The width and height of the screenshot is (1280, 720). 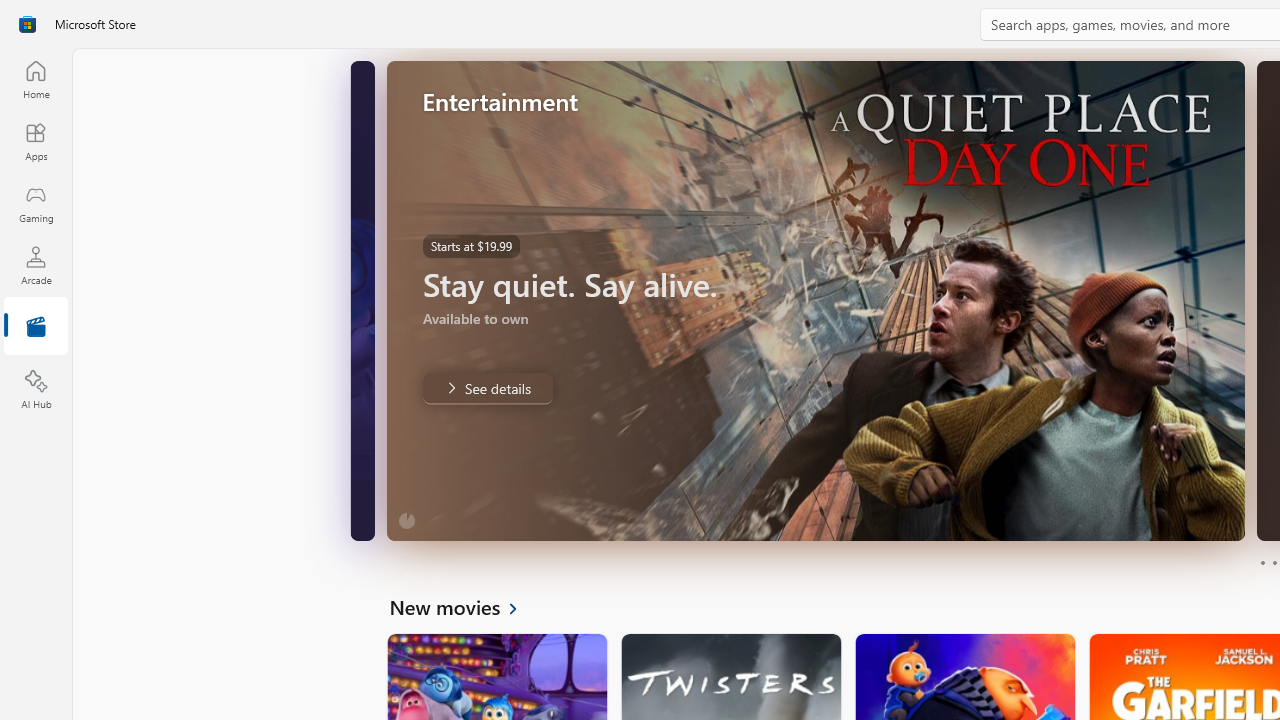 What do you see at coordinates (35, 390) in the screenshot?
I see `'AI Hub'` at bounding box center [35, 390].